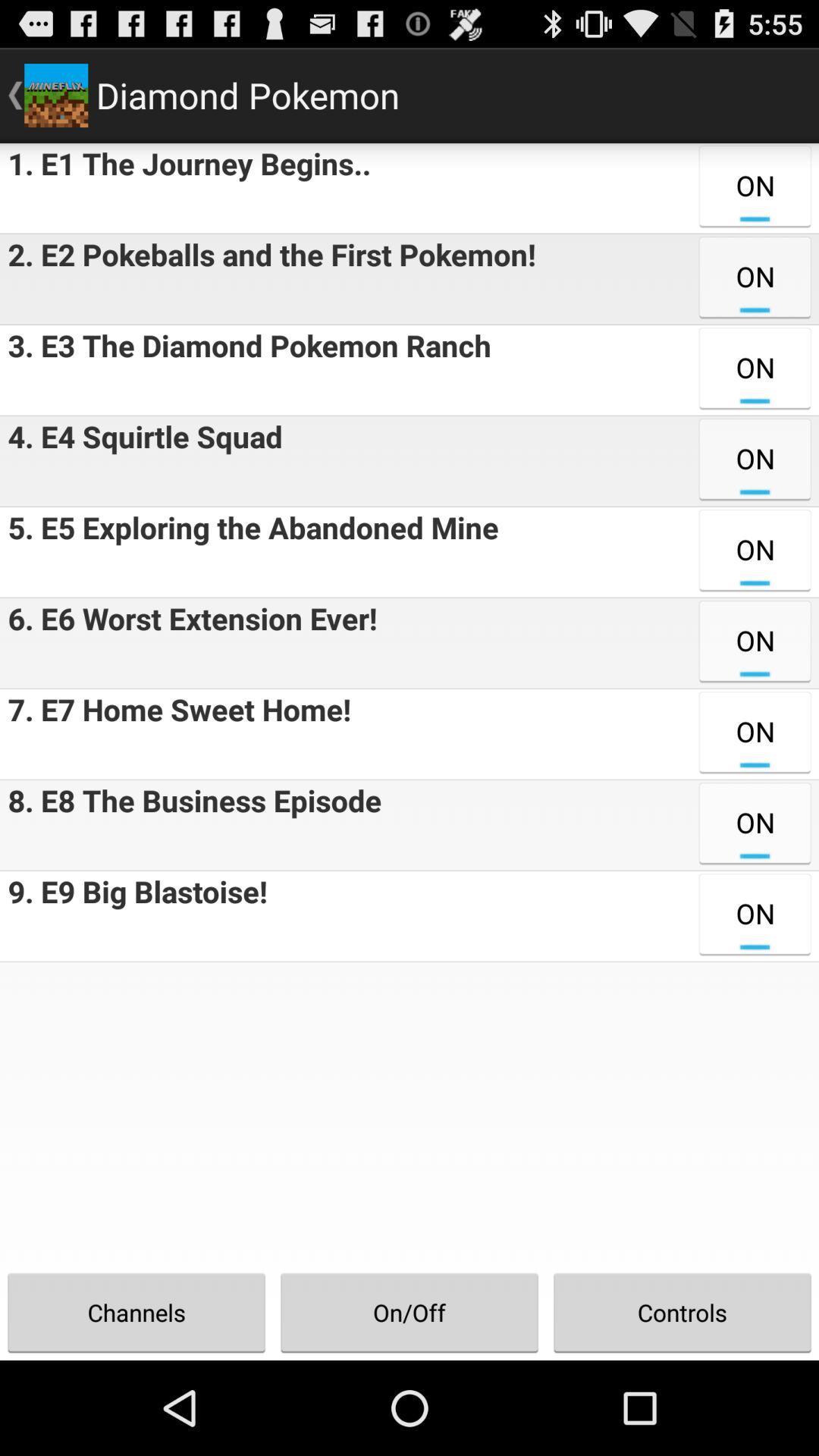 The height and width of the screenshot is (1456, 819). I want to click on 1 e1 the icon, so click(184, 187).